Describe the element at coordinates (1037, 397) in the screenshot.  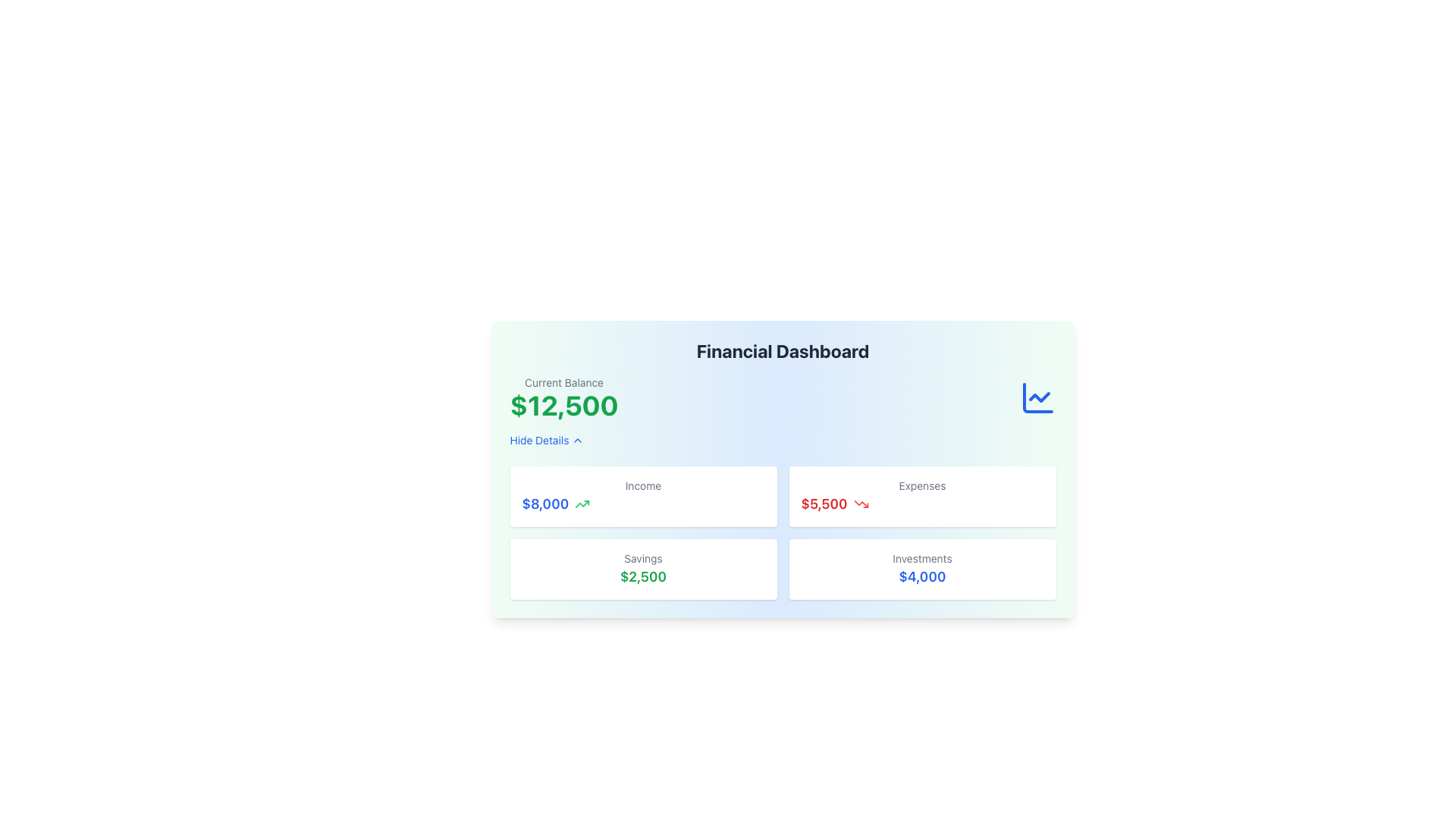
I see `the line chart icon, which is styled in blue and represents data analytics, located to the far right of the financial information section adjacent to 'Current Balance' and '$12,500'` at that location.